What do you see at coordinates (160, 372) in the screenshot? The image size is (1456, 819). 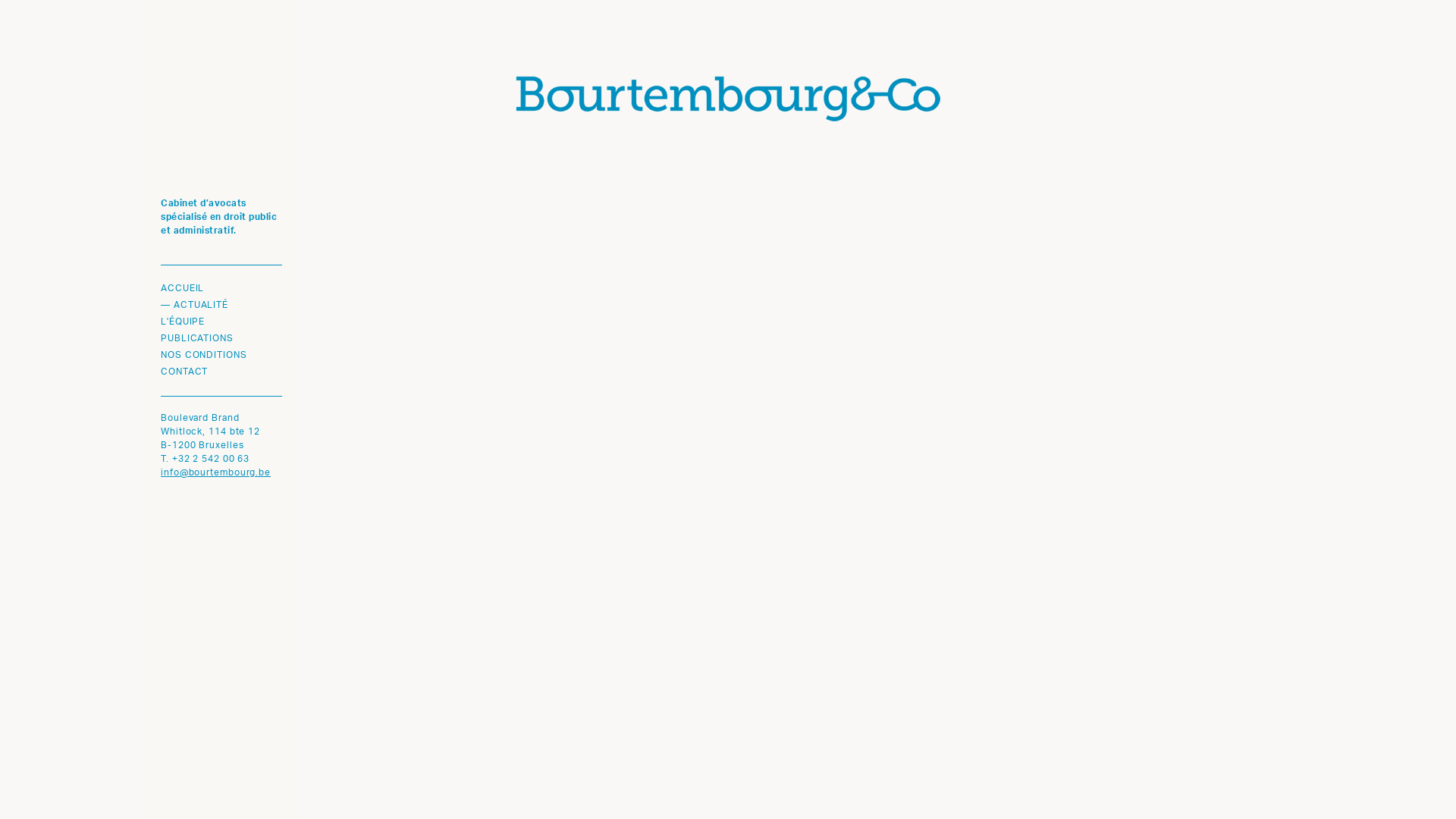 I see `'CONTACT'` at bounding box center [160, 372].